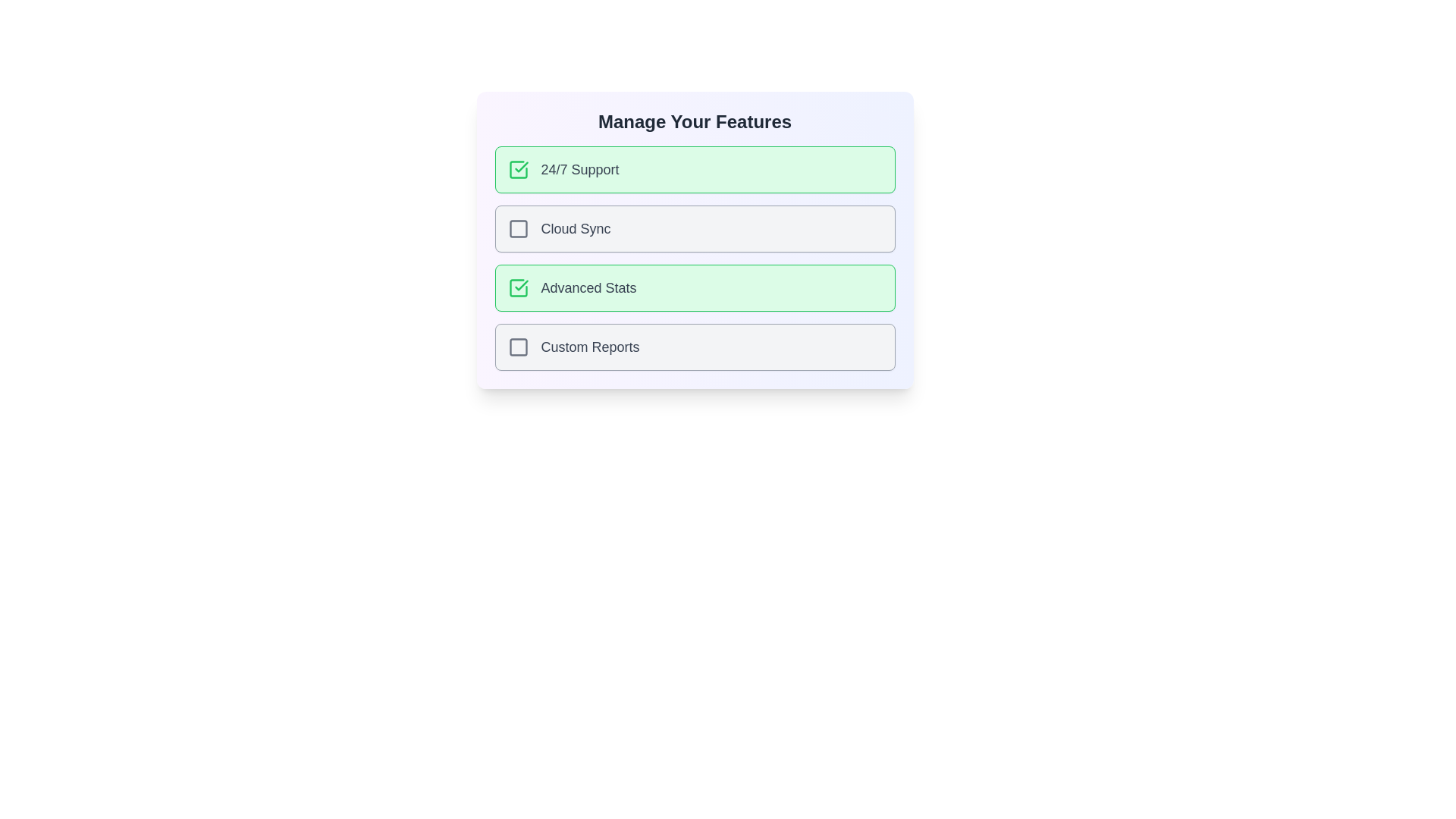 This screenshot has width=1456, height=819. What do you see at coordinates (694, 121) in the screenshot?
I see `the Text header that says 'Manage Your Features', which is prominently styled and positioned at the top of the section` at bounding box center [694, 121].